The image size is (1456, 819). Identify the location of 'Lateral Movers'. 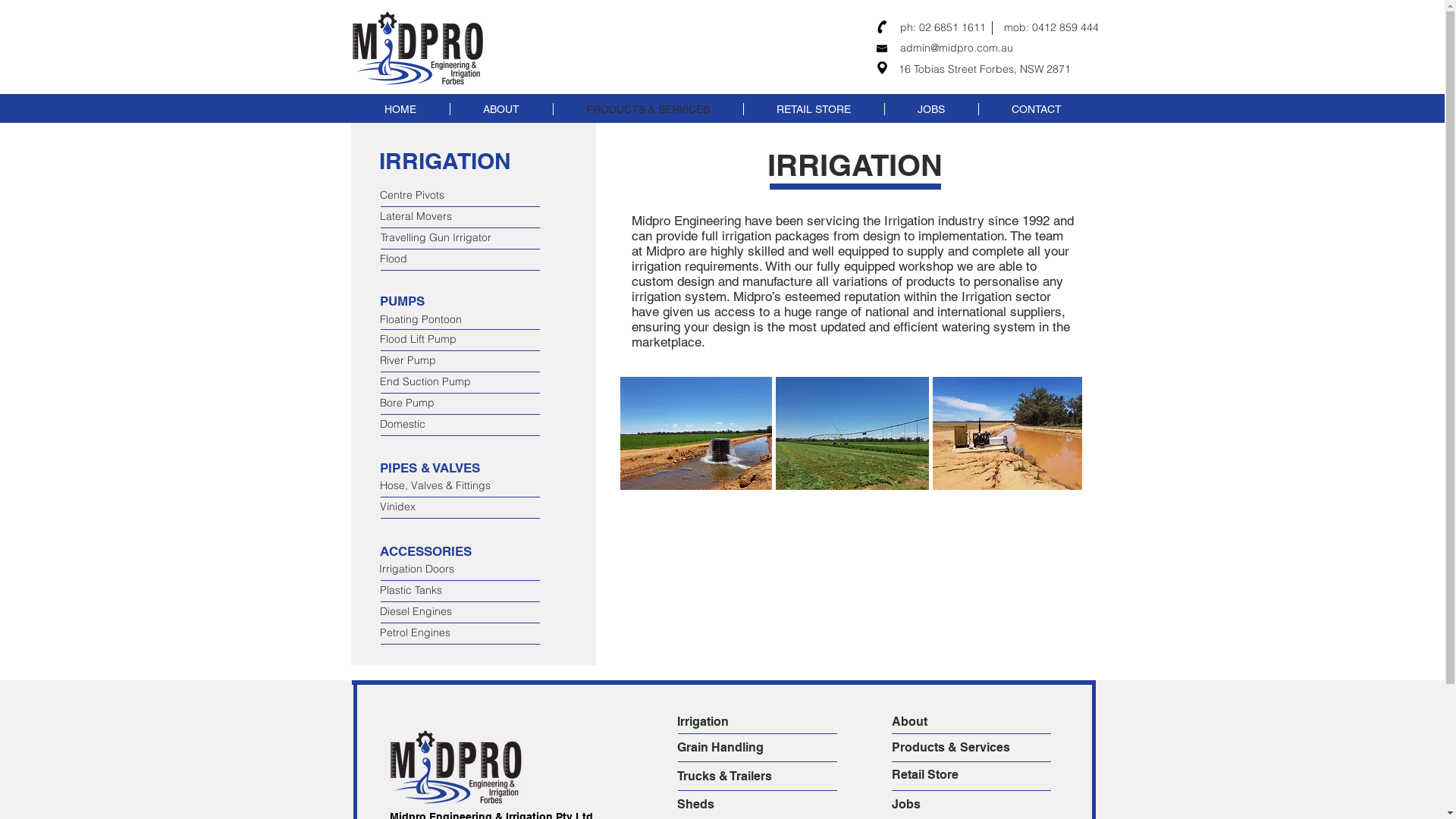
(432, 217).